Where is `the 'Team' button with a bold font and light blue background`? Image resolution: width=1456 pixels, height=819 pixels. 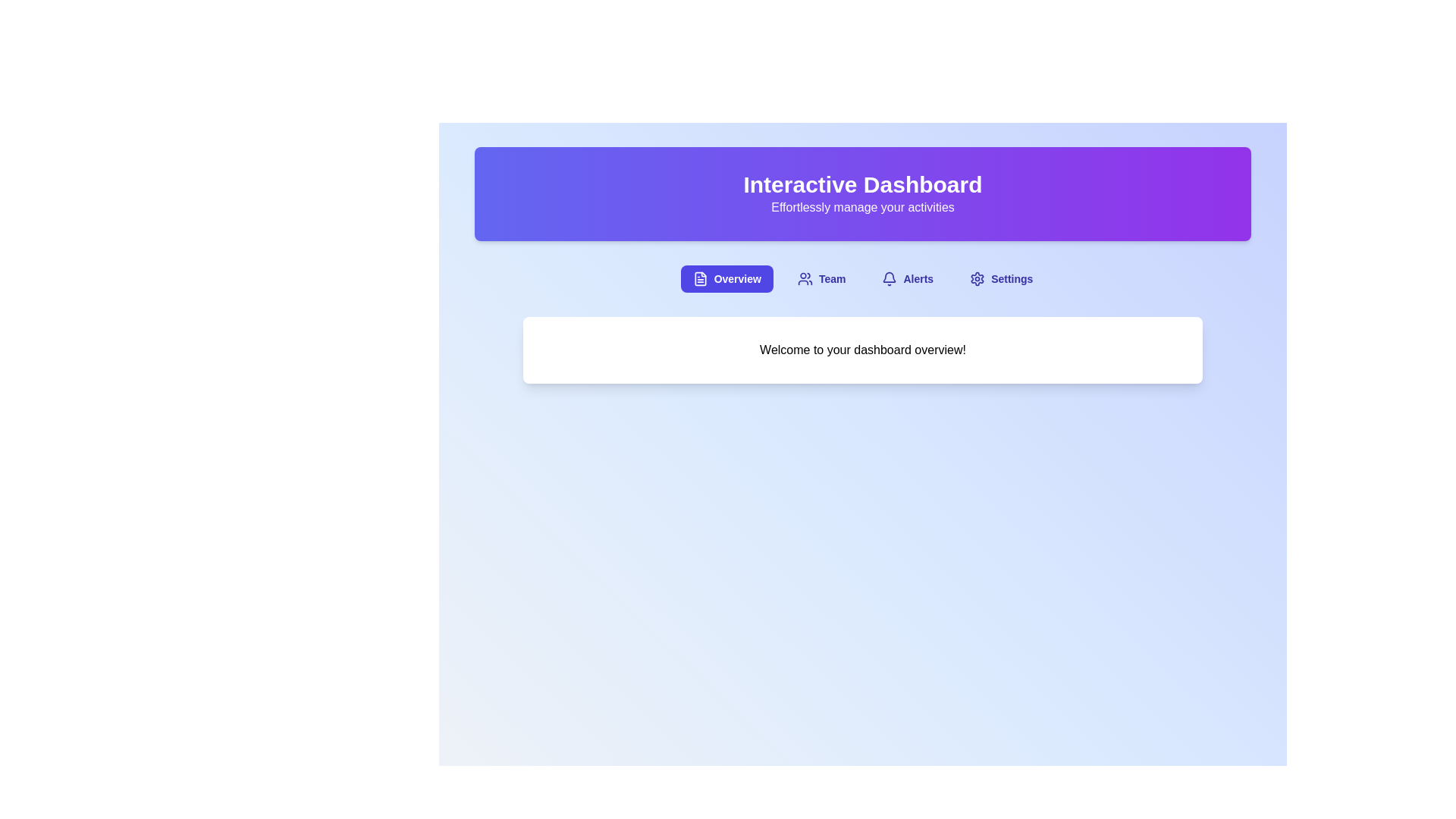 the 'Team' button with a bold font and light blue background is located at coordinates (821, 278).